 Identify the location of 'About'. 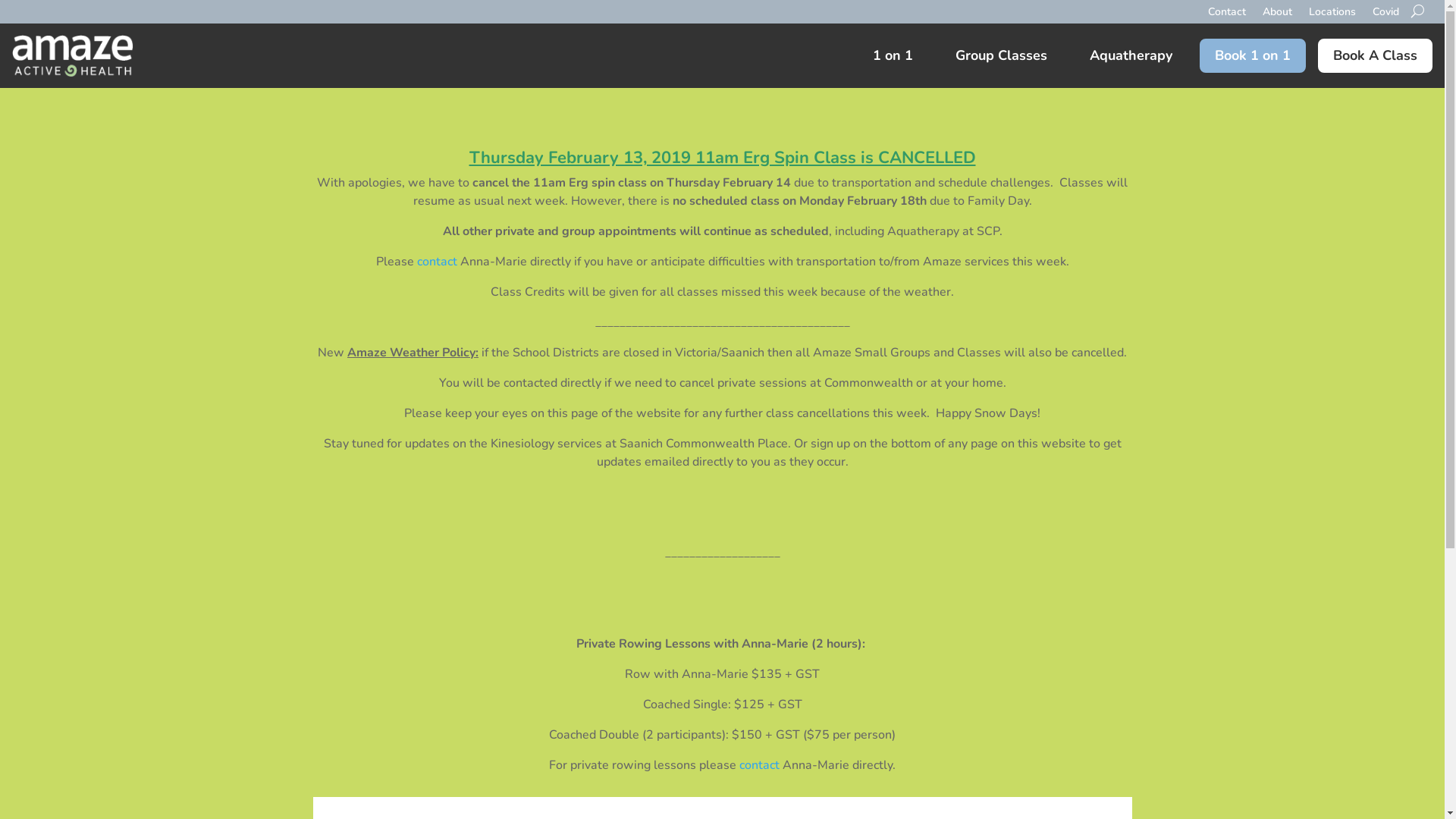
(1263, 23).